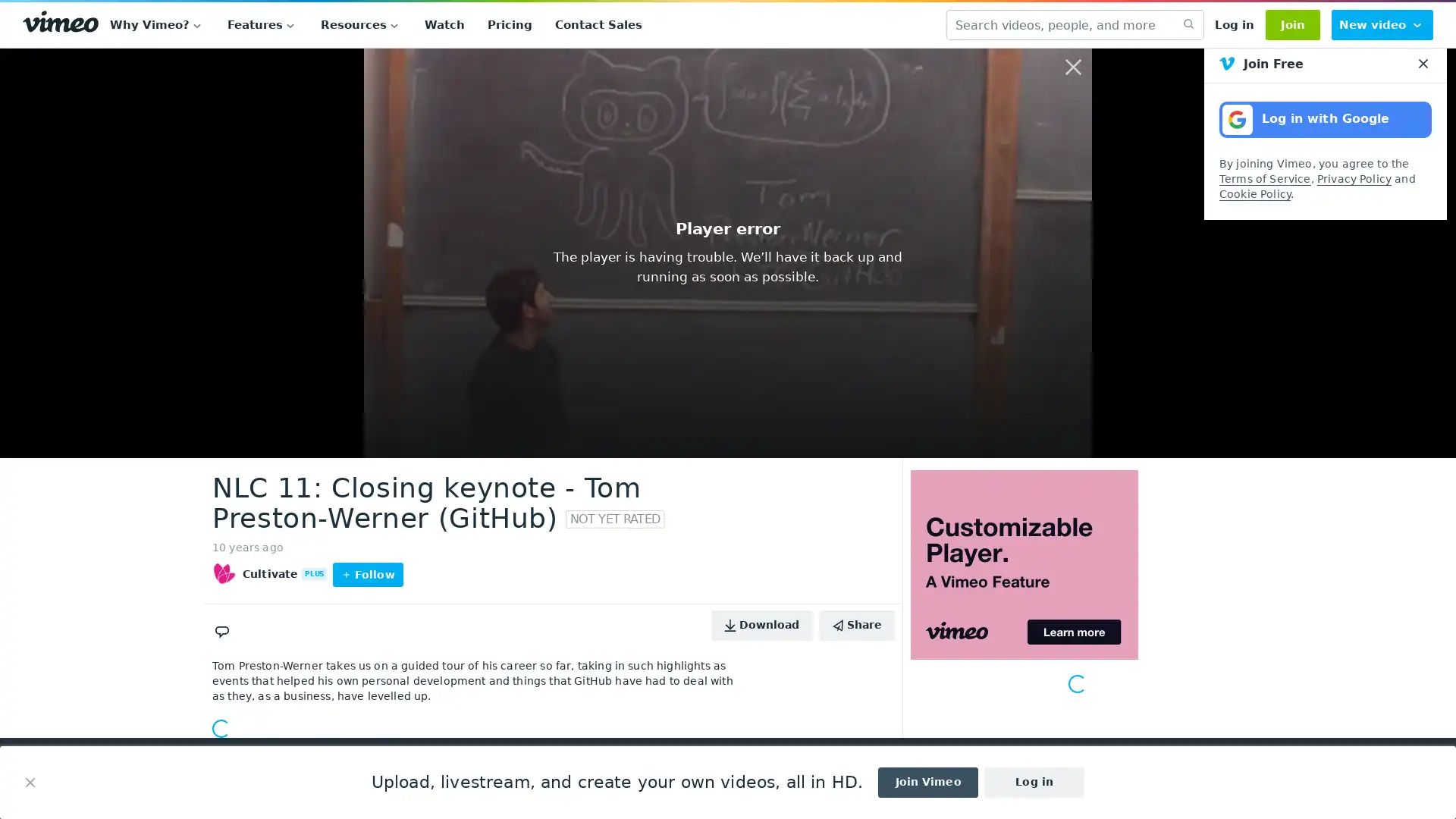 The image size is (1456, 819). What do you see at coordinates (927, 783) in the screenshot?
I see `Join Vimeo` at bounding box center [927, 783].